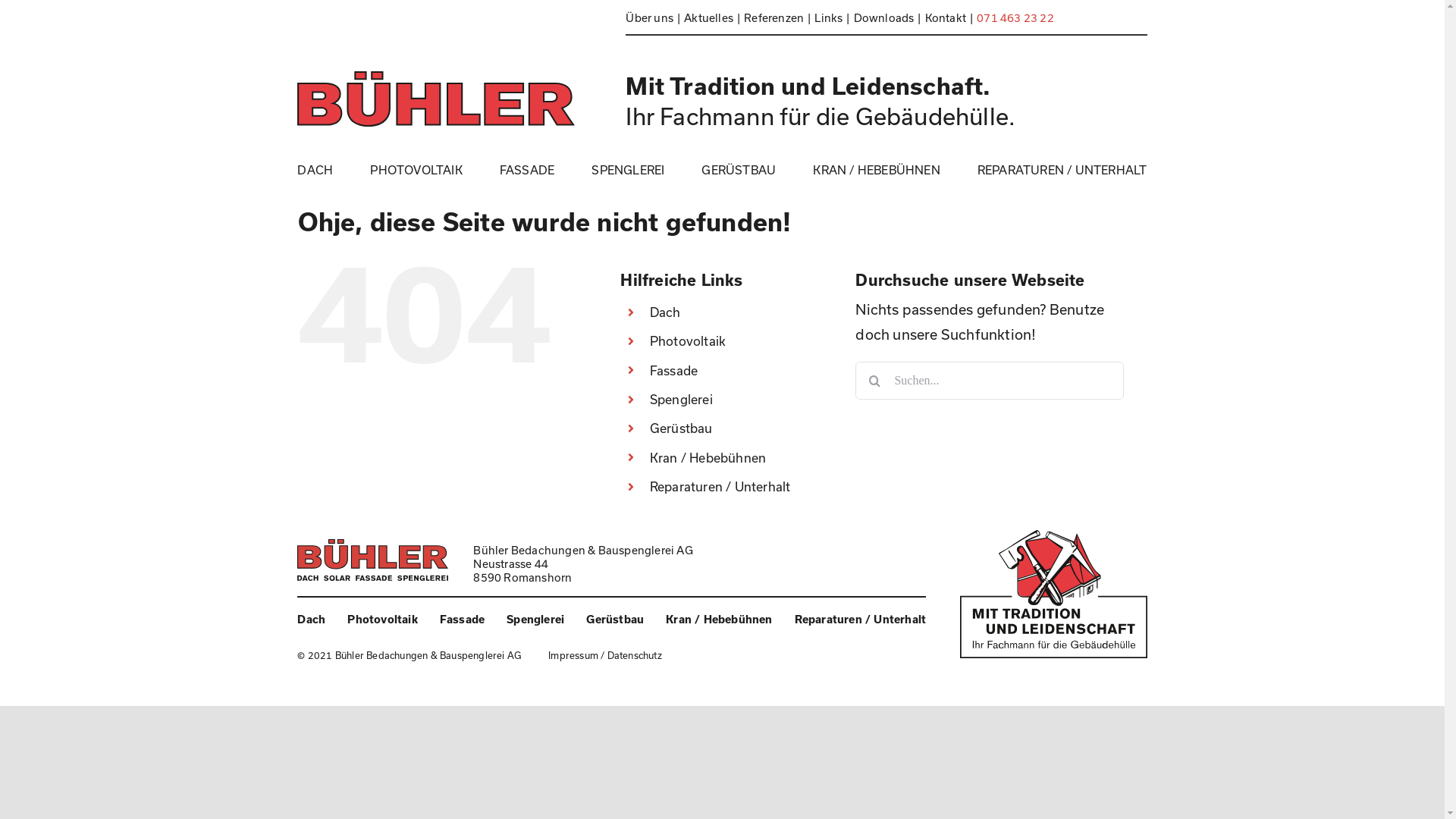 This screenshot has width=1456, height=819. What do you see at coordinates (573, 654) in the screenshot?
I see `'Impressum'` at bounding box center [573, 654].